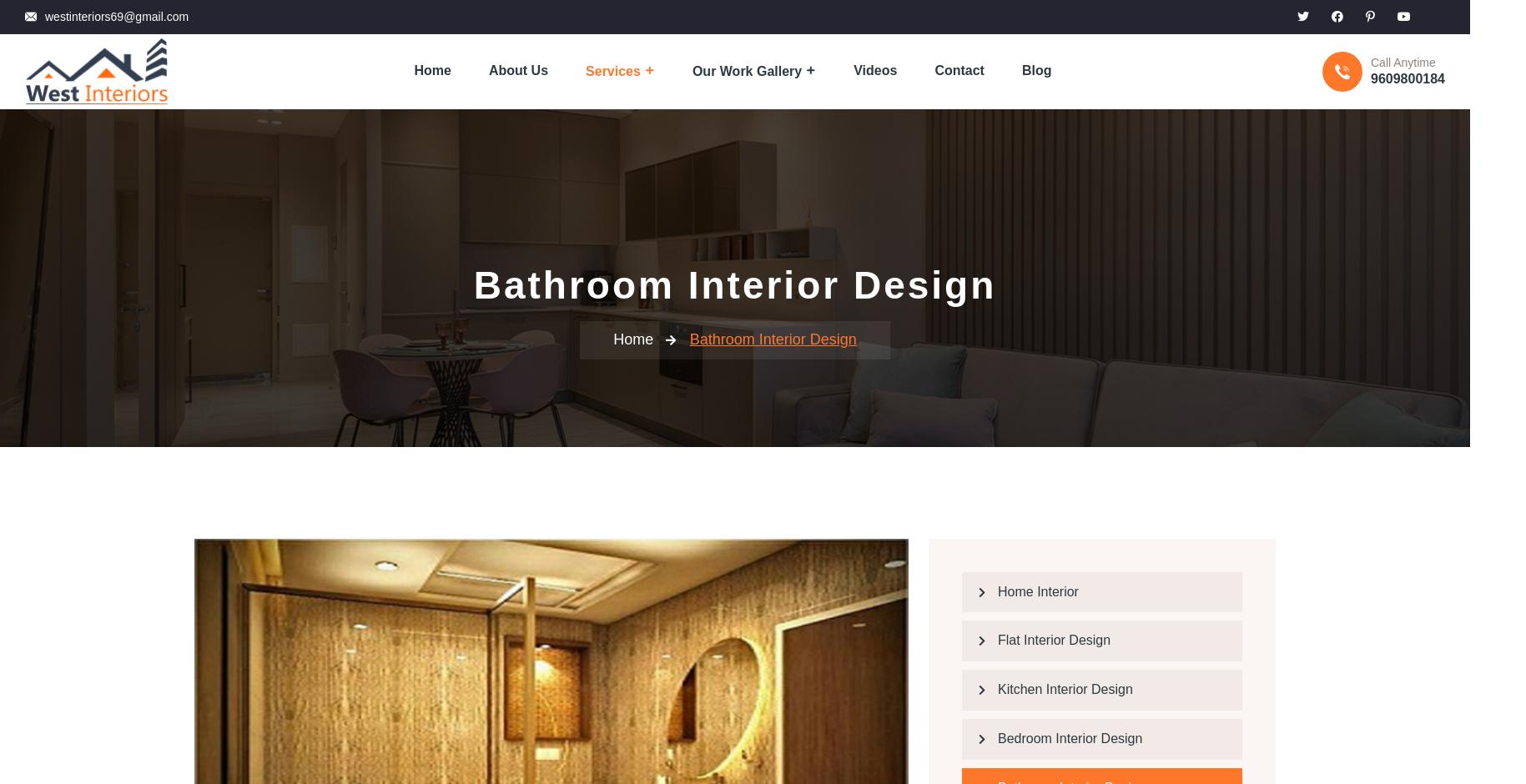  What do you see at coordinates (256, 386) in the screenshot?
I see `'On Time Work'` at bounding box center [256, 386].